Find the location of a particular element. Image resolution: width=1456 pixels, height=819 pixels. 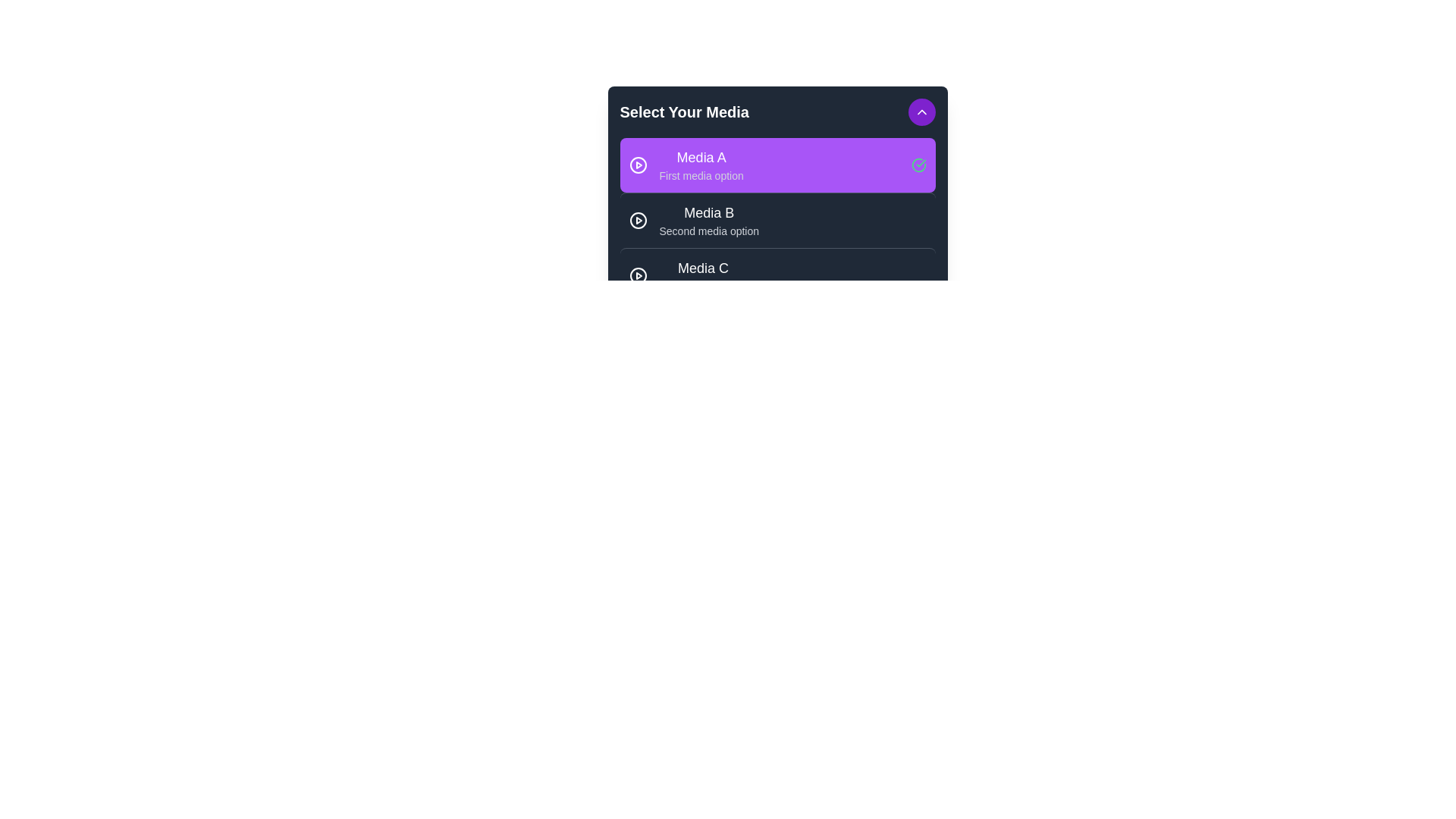

the media option Media A from the list is located at coordinates (777, 165).